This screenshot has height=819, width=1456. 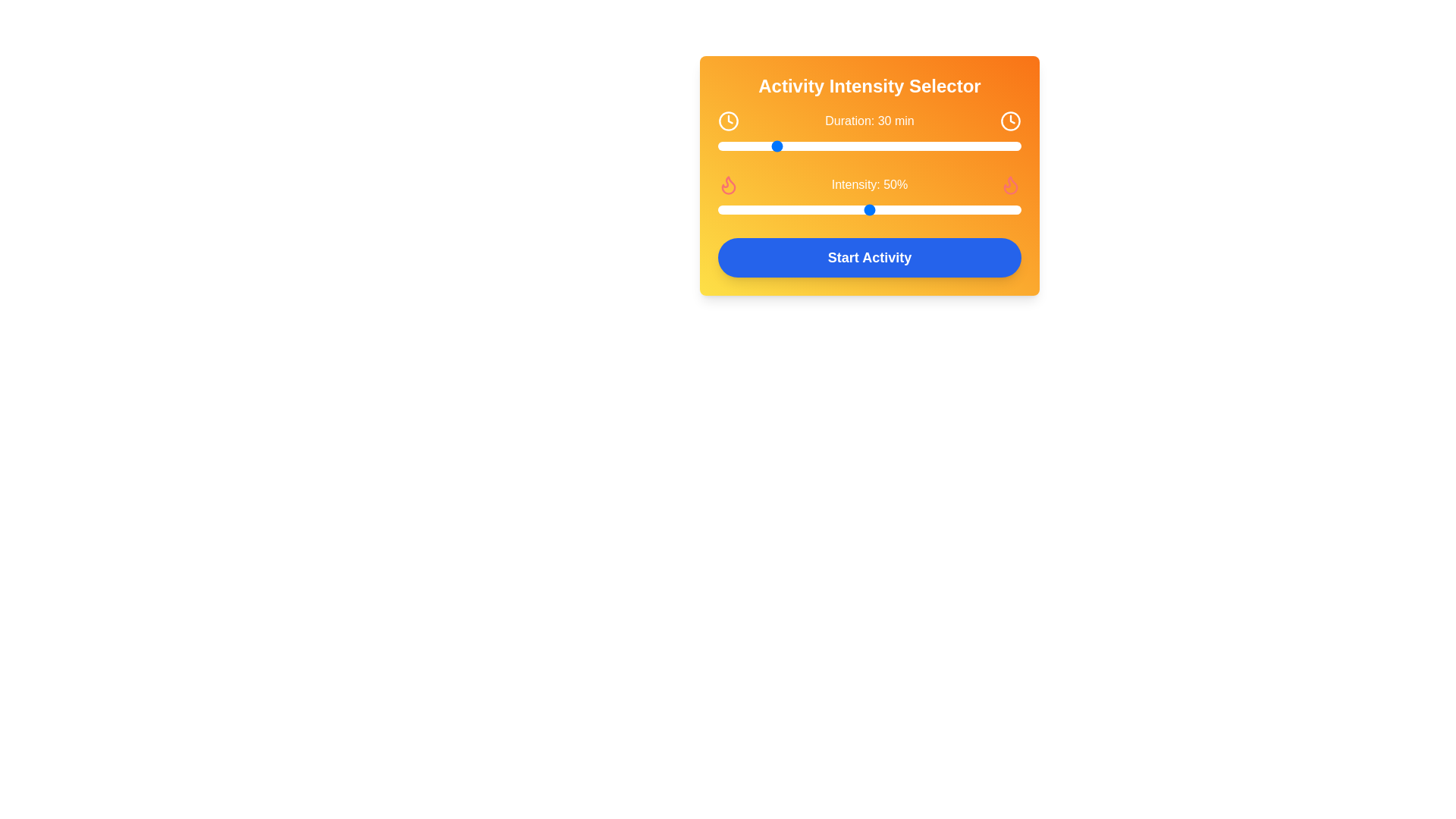 What do you see at coordinates (797, 146) in the screenshot?
I see `the duration slider to 39 minutes` at bounding box center [797, 146].